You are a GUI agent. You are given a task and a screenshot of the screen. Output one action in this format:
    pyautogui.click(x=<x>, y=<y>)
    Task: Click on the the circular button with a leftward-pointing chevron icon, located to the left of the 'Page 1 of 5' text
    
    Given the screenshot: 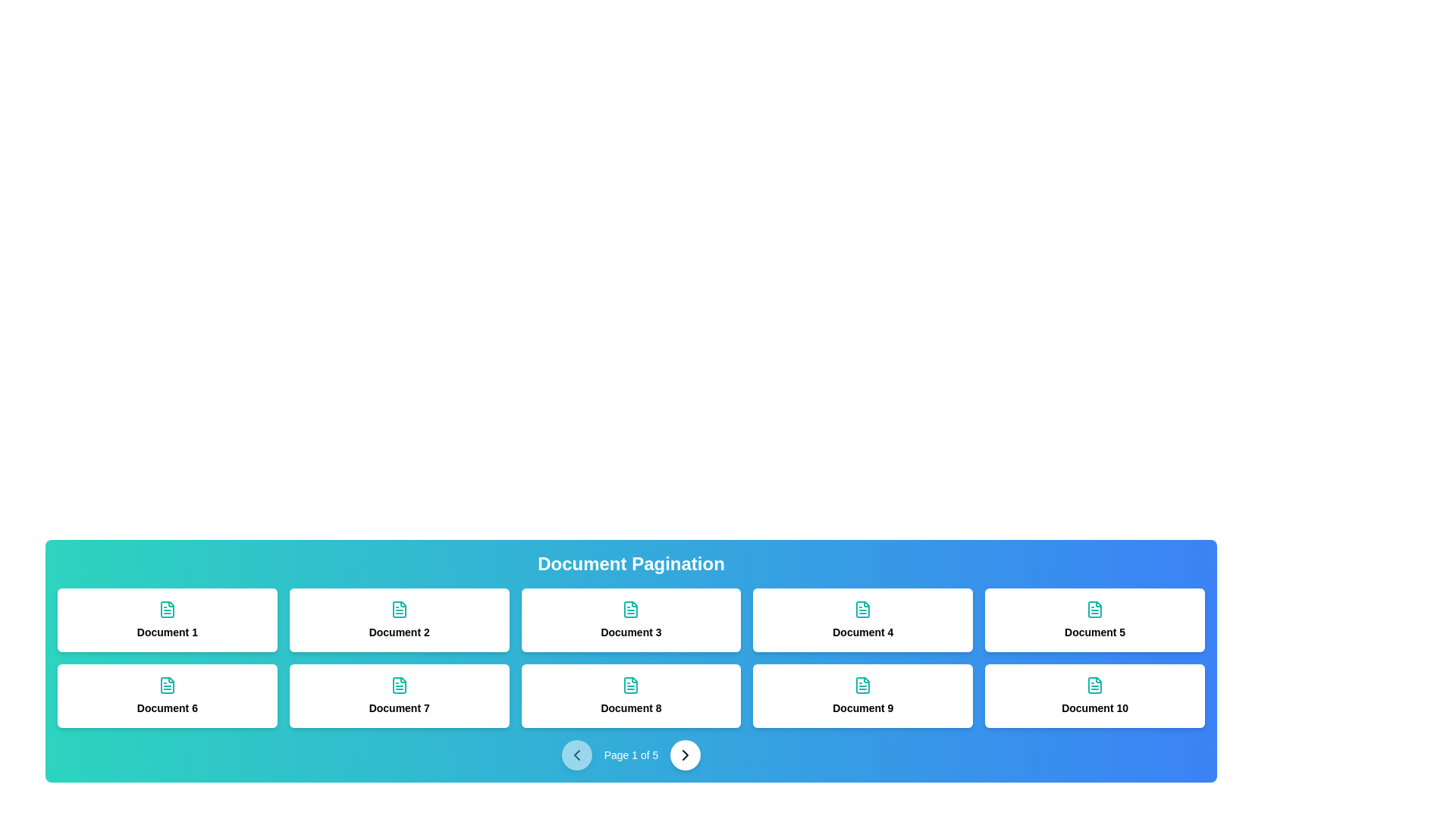 What is the action you would take?
    pyautogui.click(x=576, y=755)
    